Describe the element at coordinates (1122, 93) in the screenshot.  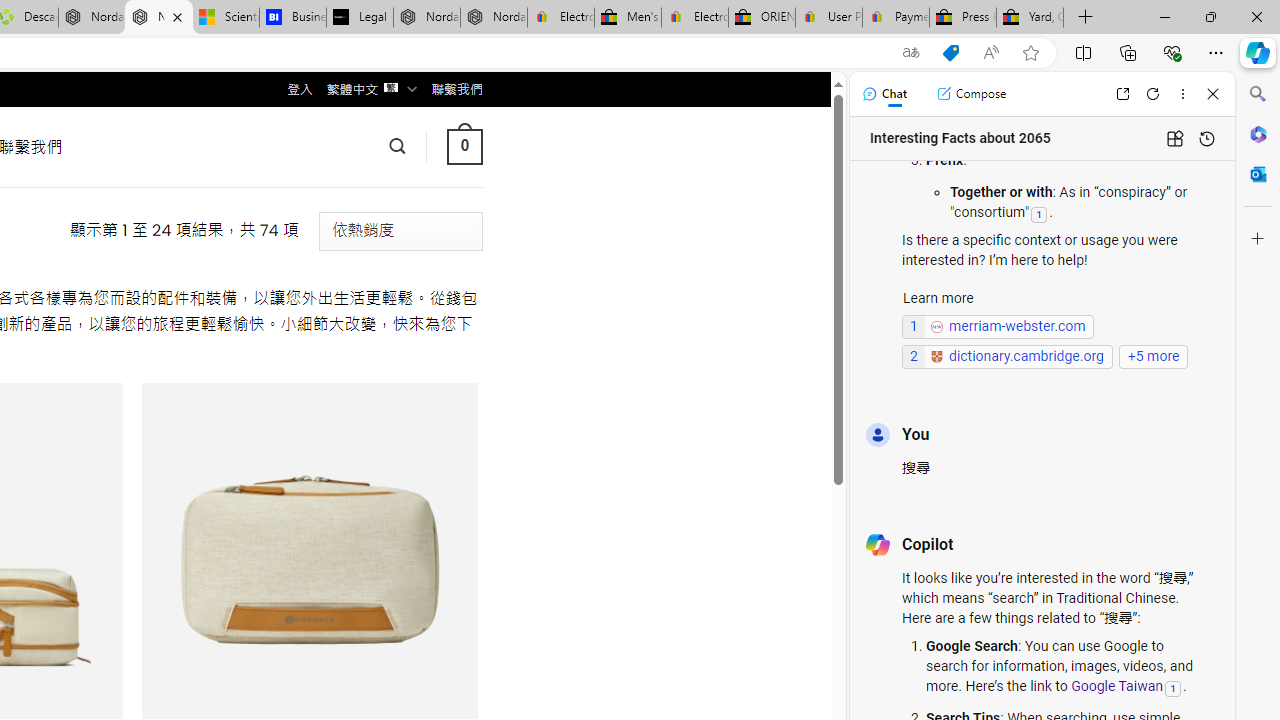
I see `'Open link in new tab'` at that location.